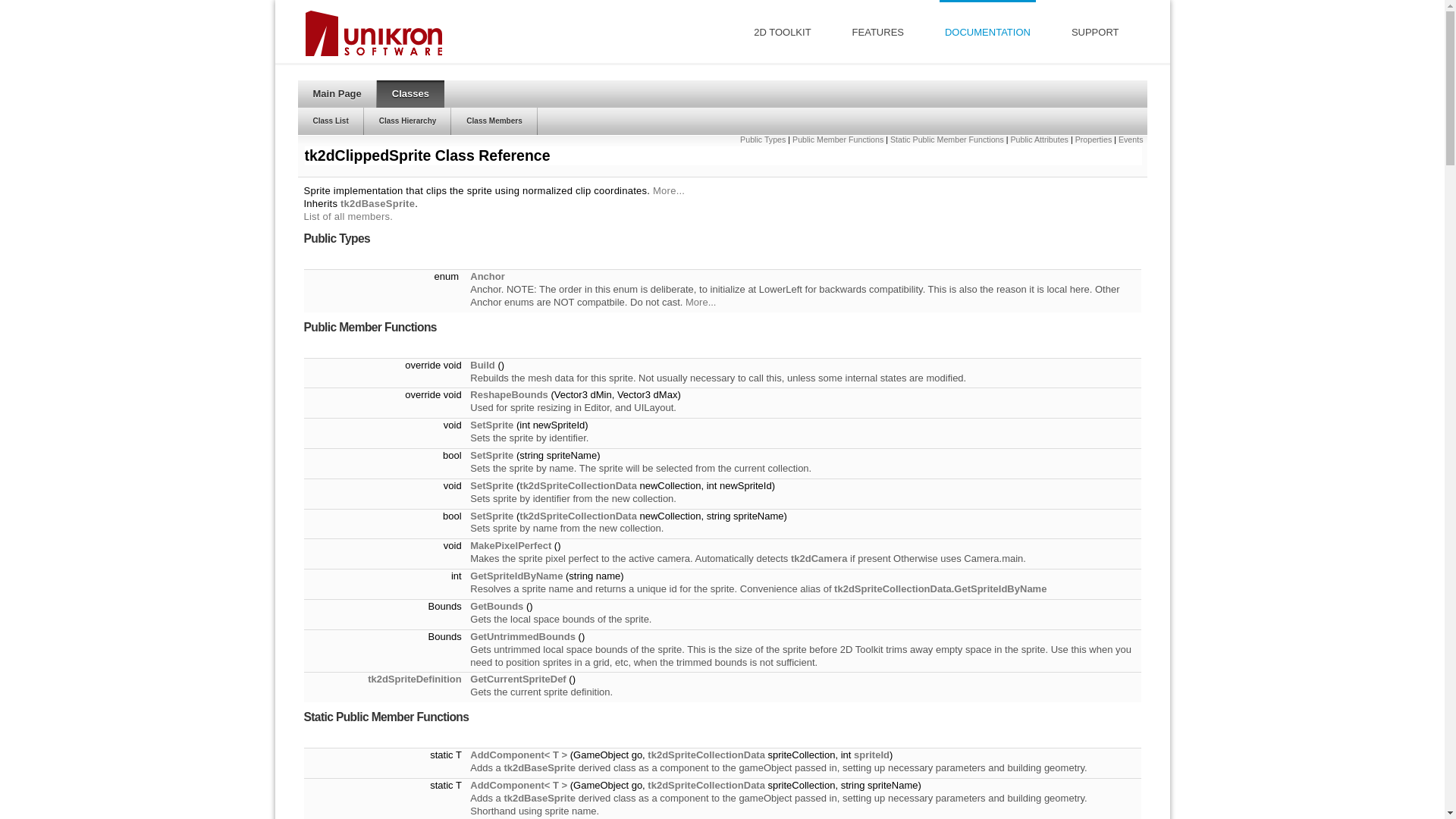 The height and width of the screenshot is (819, 1456). Describe the element at coordinates (482, 365) in the screenshot. I see `'Build'` at that location.